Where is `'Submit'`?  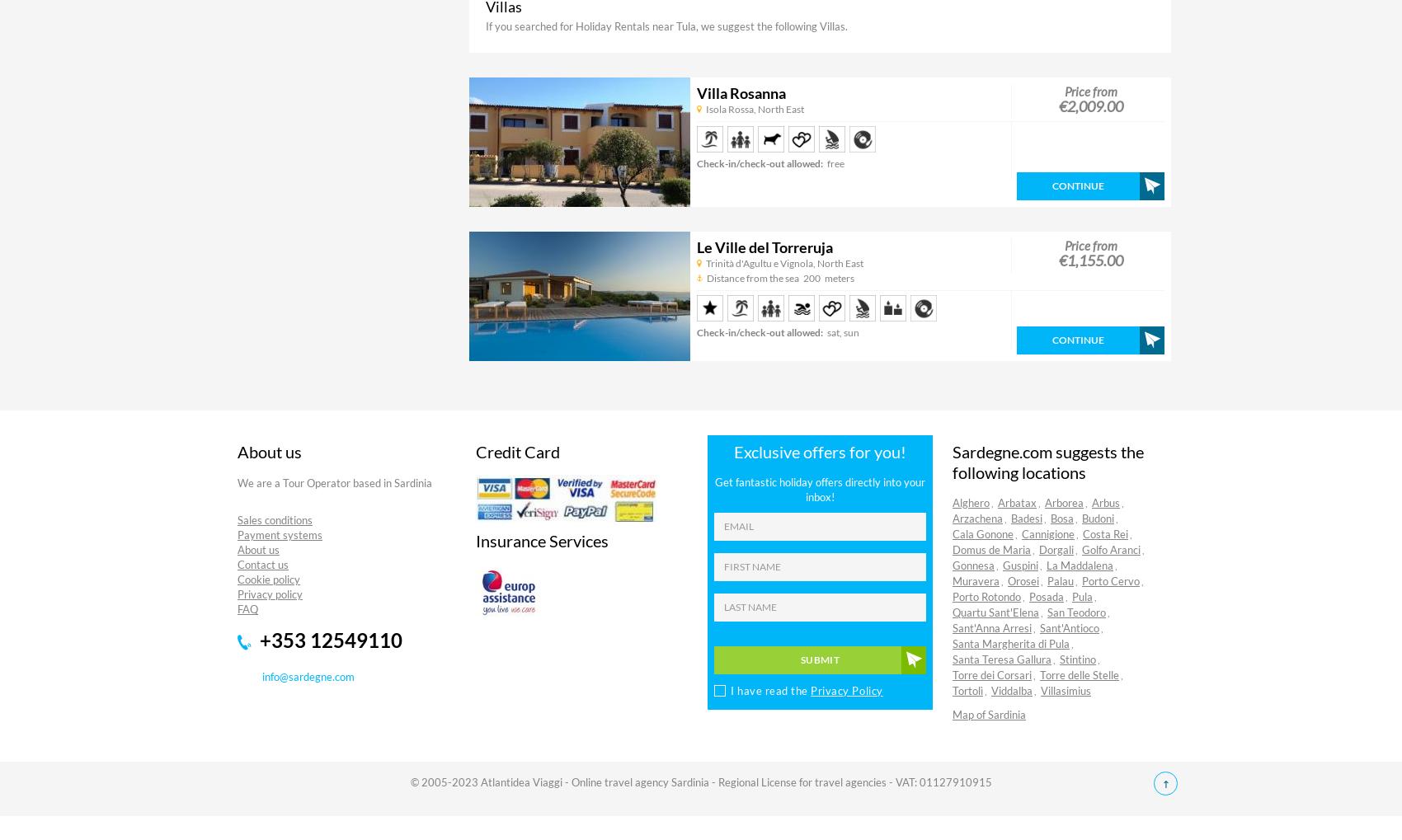 'Submit' is located at coordinates (818, 659).